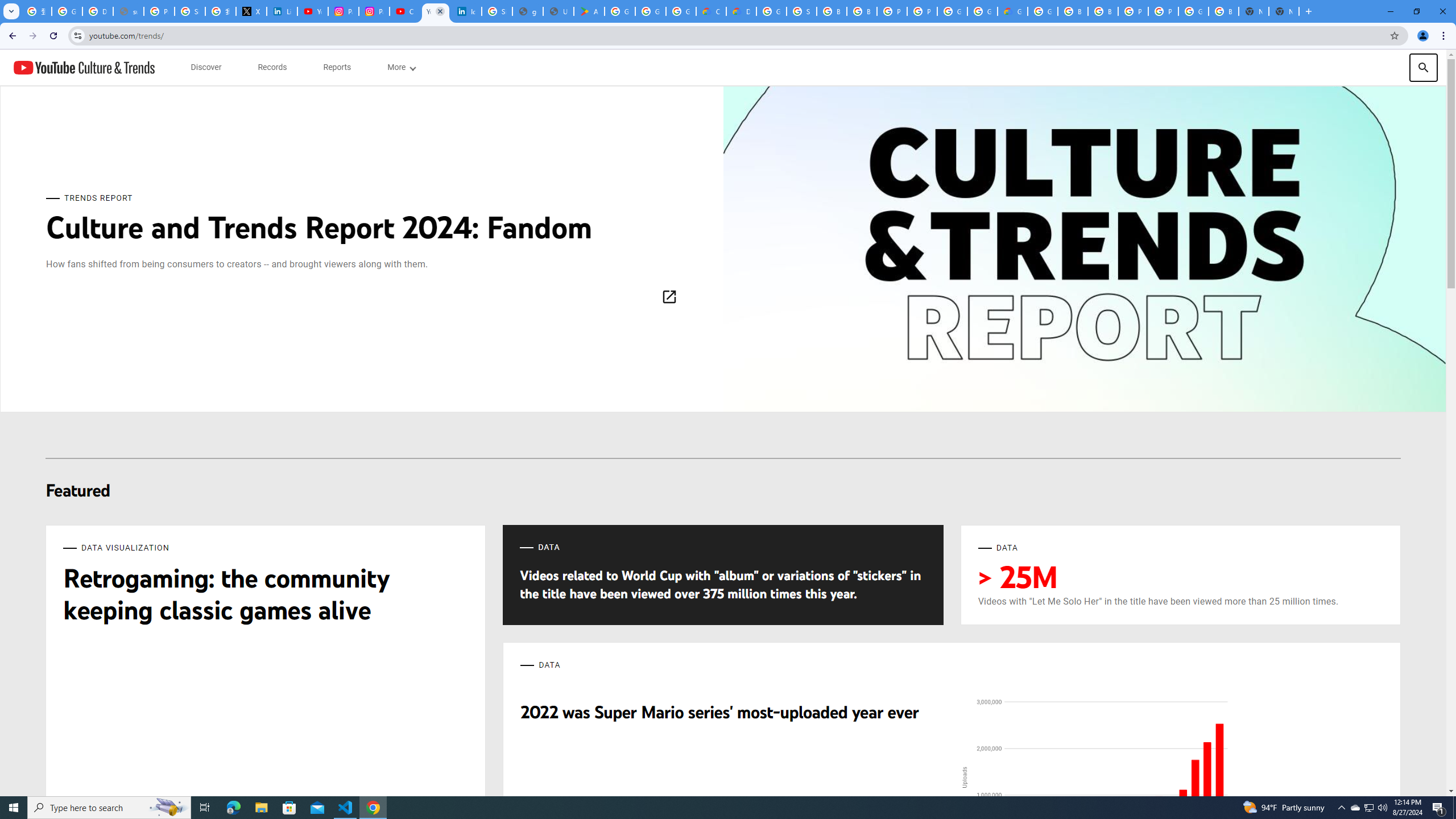 This screenshot has height=819, width=1456. What do you see at coordinates (952, 11) in the screenshot?
I see `'Google Cloud Platform'` at bounding box center [952, 11].